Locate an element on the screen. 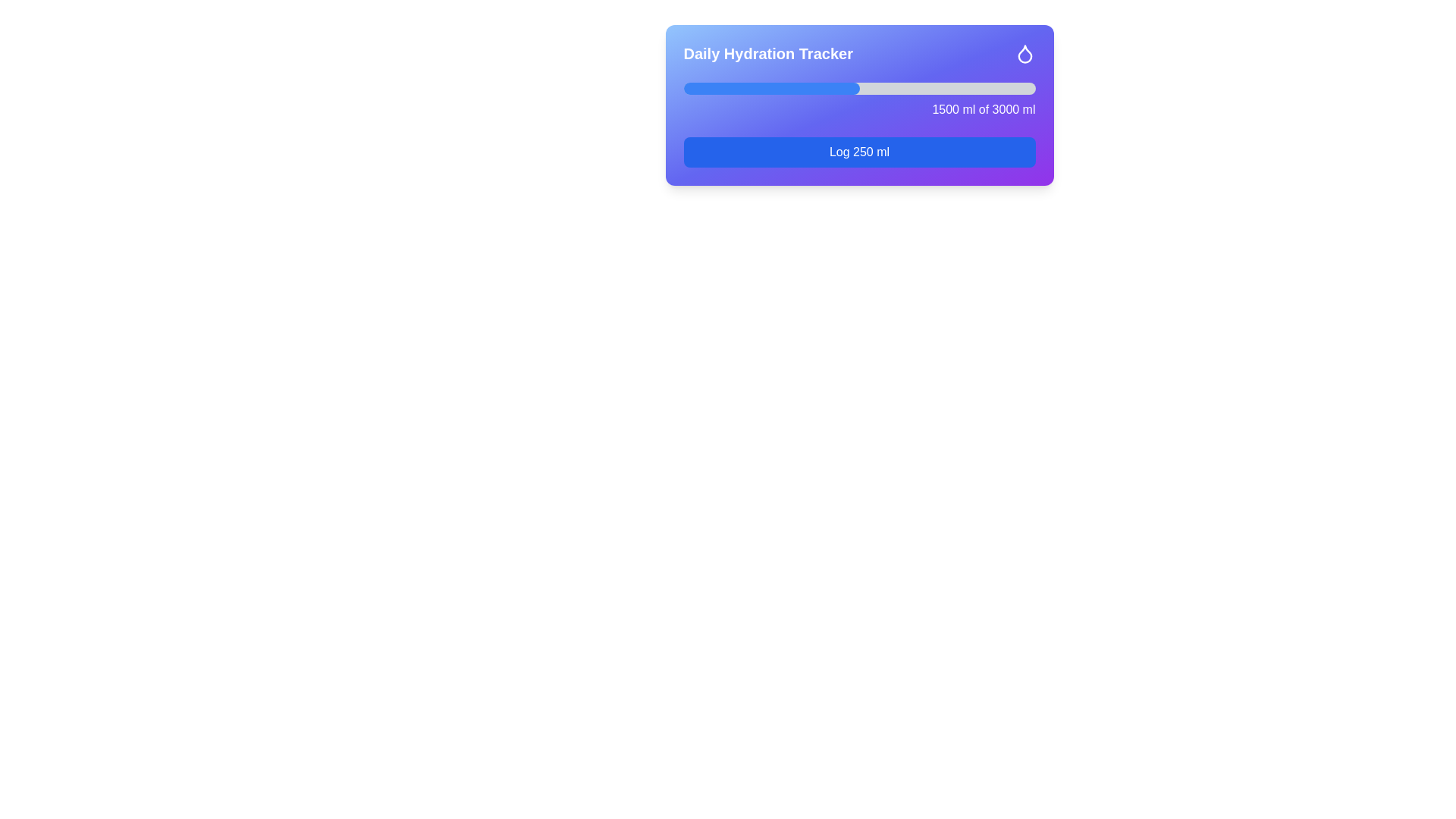 This screenshot has height=819, width=1456. the vibrant blue button labeled 'Log 250 ml', which is located at the bottom of the 'Daily Hydration Tracker' widget is located at coordinates (859, 152).